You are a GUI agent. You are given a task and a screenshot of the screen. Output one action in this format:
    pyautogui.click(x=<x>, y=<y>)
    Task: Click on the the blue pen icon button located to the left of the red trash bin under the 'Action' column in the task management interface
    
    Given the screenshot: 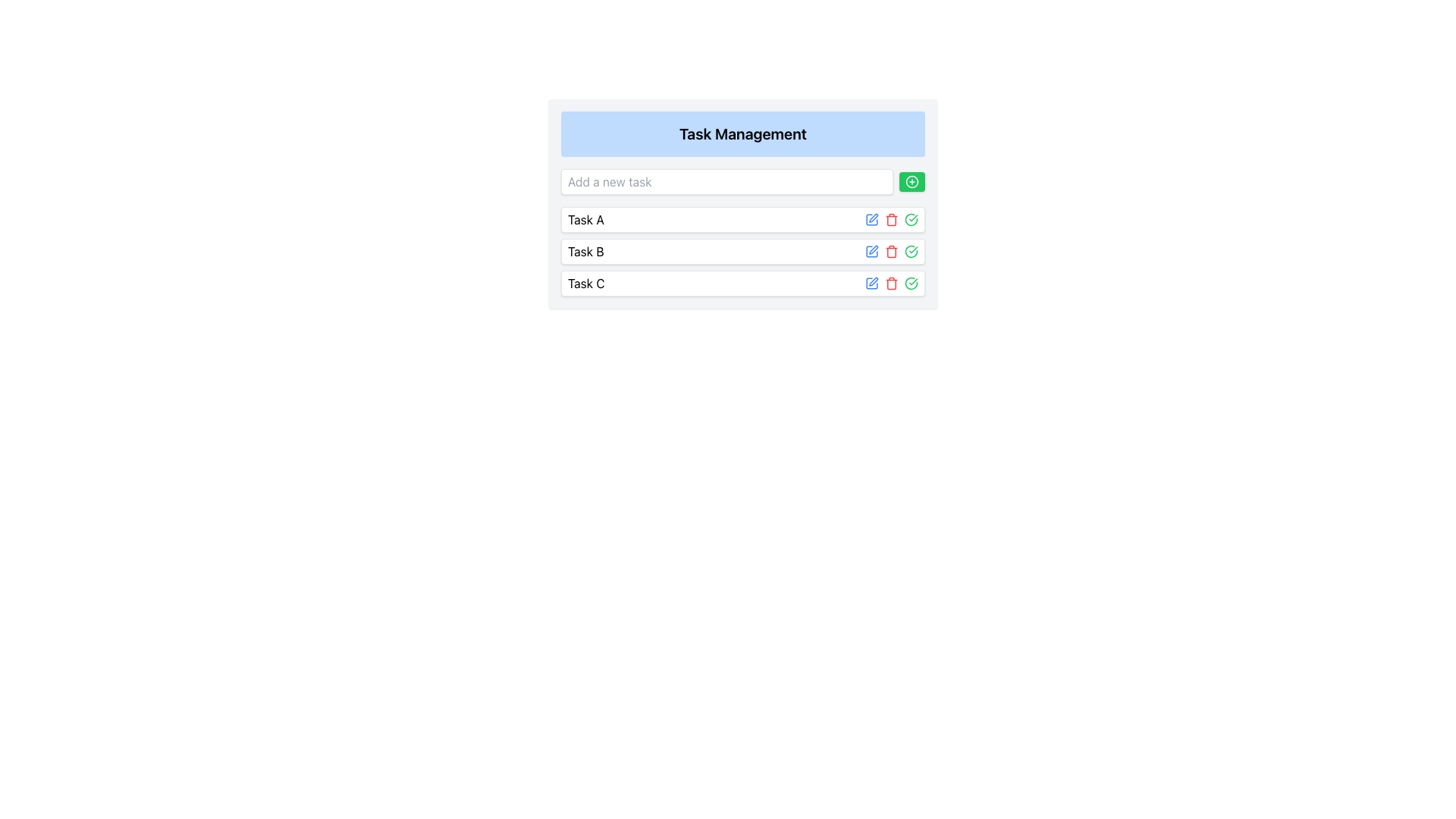 What is the action you would take?
    pyautogui.click(x=872, y=219)
    